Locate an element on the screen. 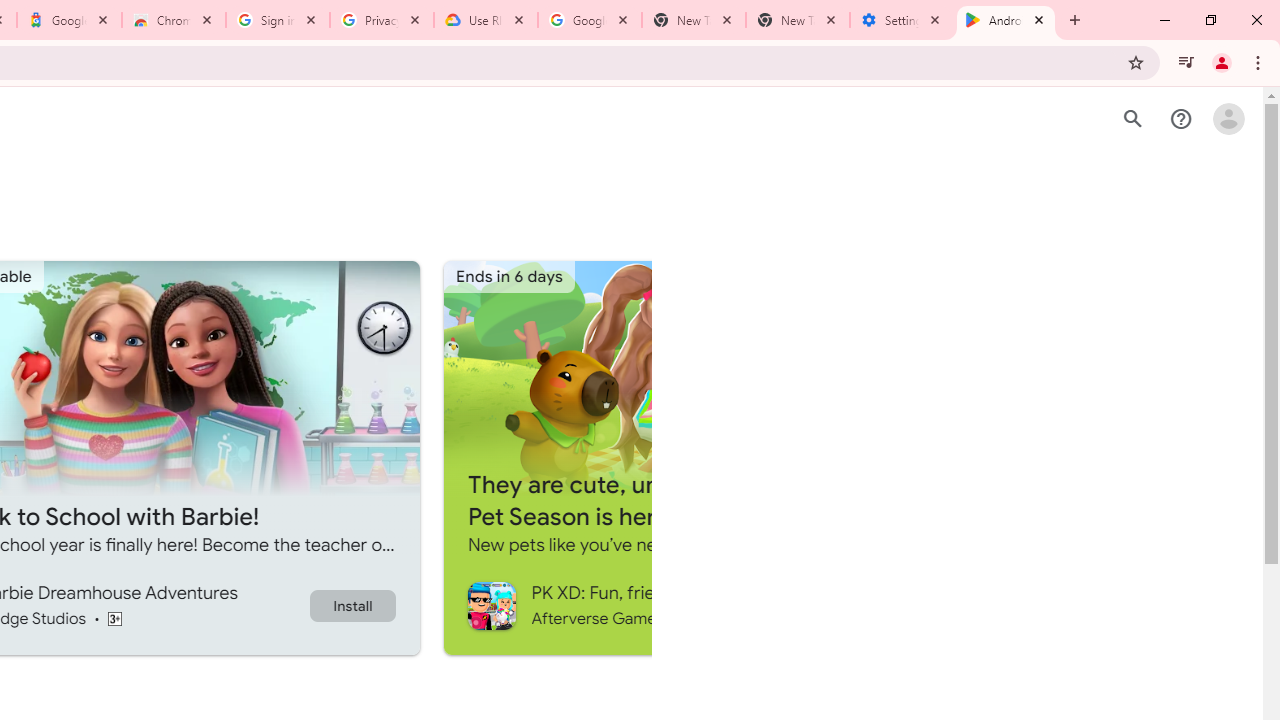 This screenshot has height=720, width=1280. 'Help Center' is located at coordinates (1180, 119).